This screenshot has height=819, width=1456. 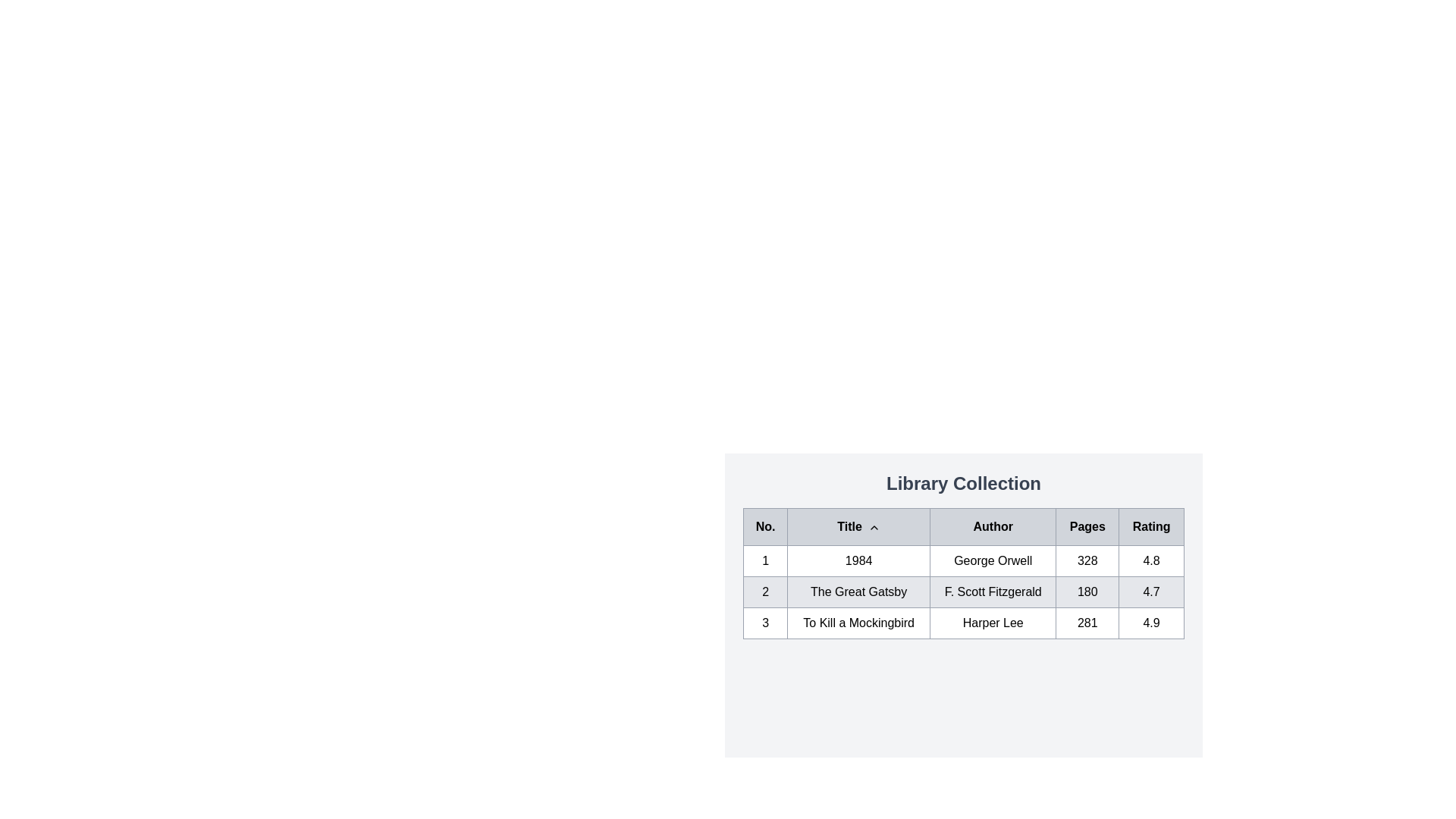 I want to click on the first row of the table displaying details for the book '1984' by George Orwell, so click(x=963, y=561).